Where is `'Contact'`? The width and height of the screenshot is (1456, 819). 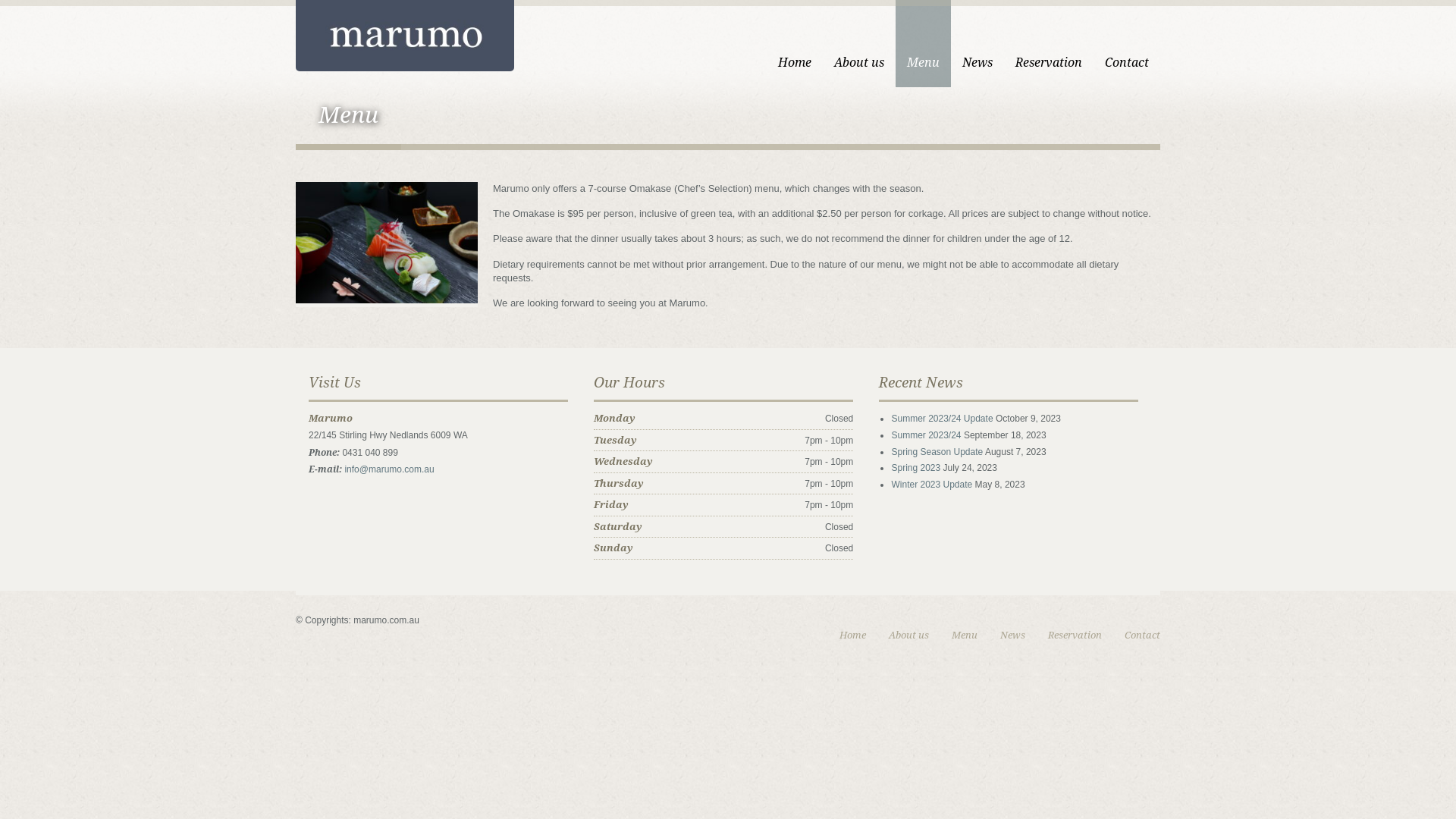 'Contact' is located at coordinates (1142, 635).